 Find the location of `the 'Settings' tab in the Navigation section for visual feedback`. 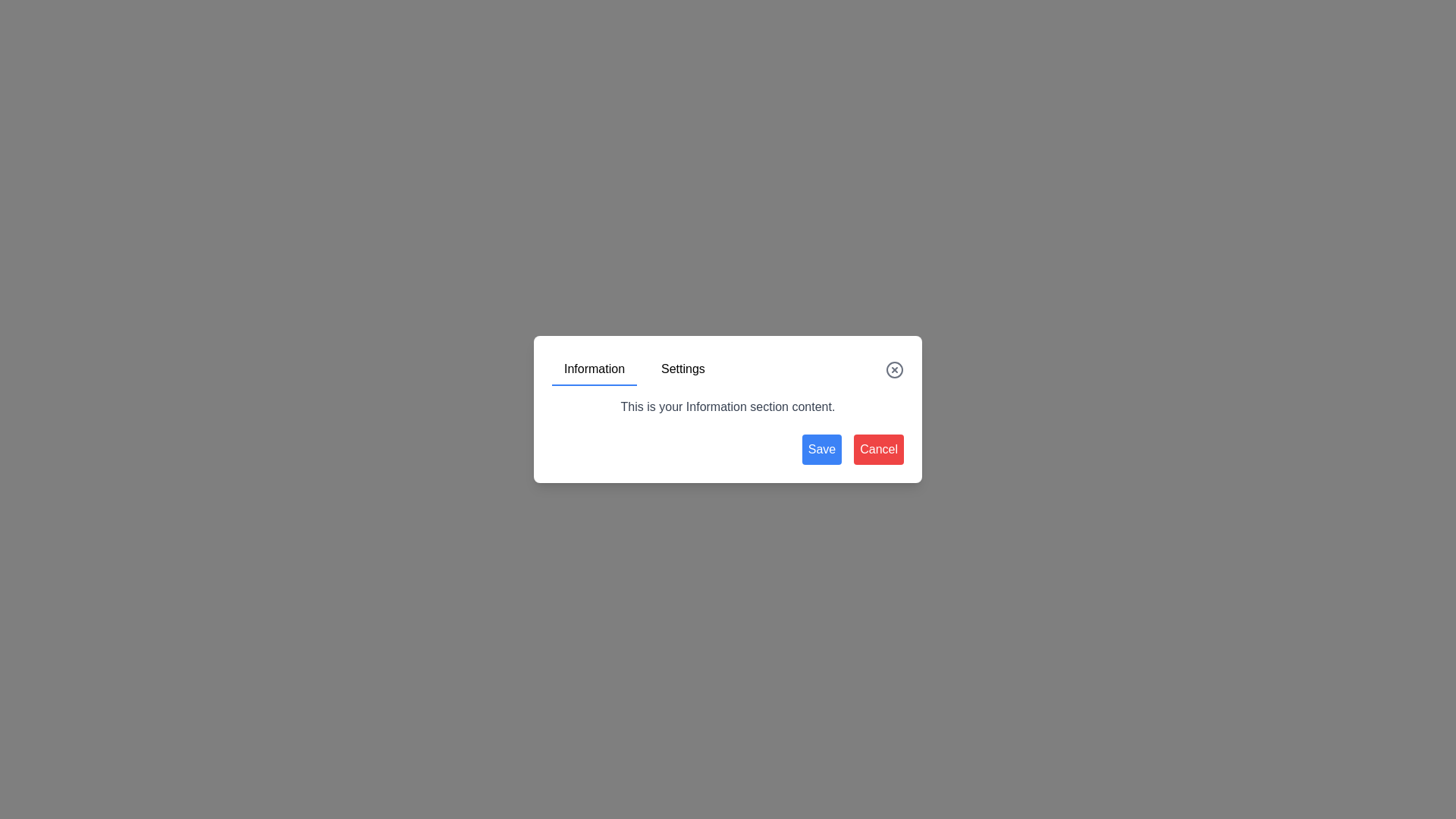

the 'Settings' tab in the Navigation section for visual feedback is located at coordinates (682, 369).